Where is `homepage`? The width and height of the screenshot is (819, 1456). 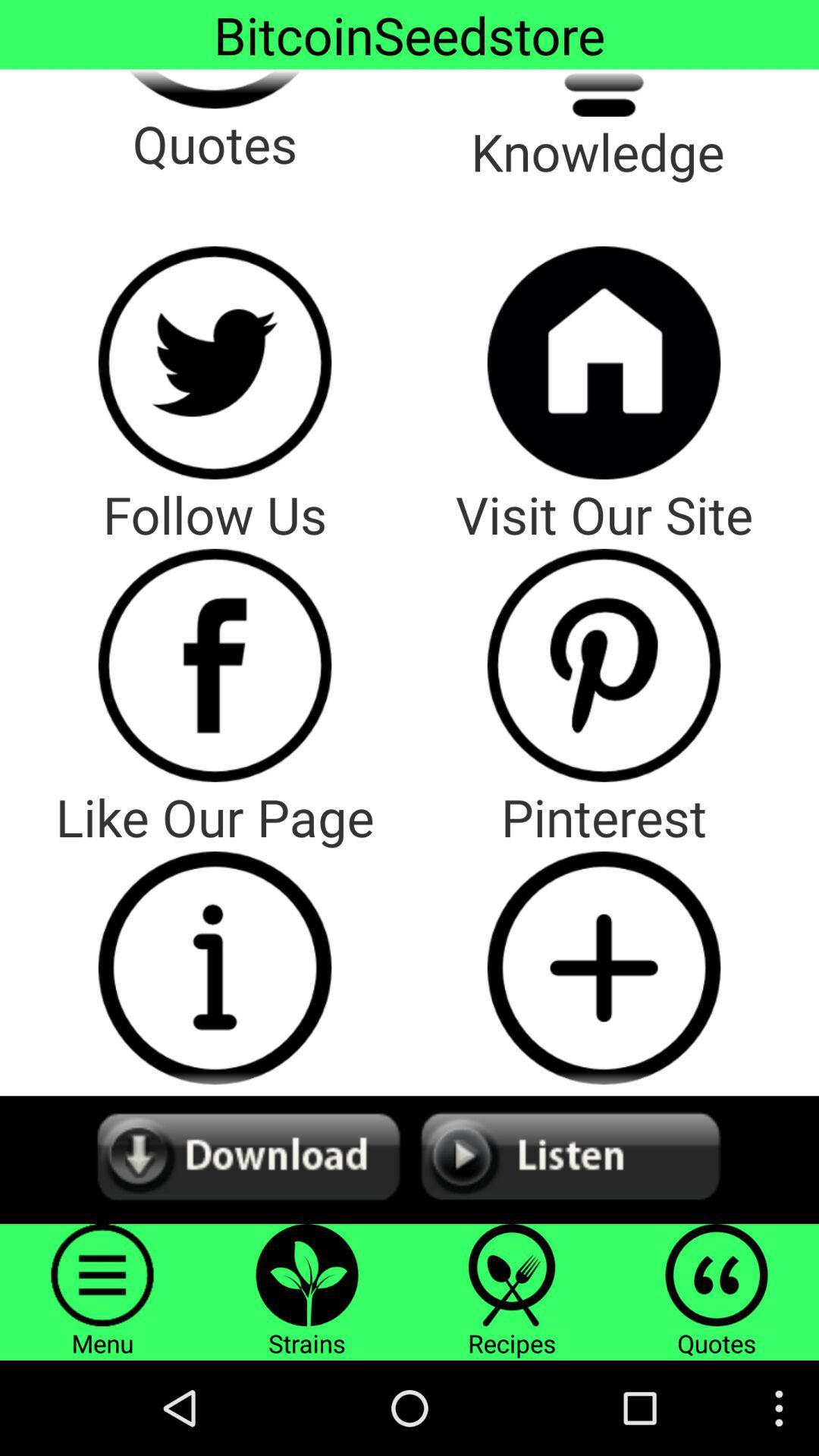 homepage is located at coordinates (603, 362).